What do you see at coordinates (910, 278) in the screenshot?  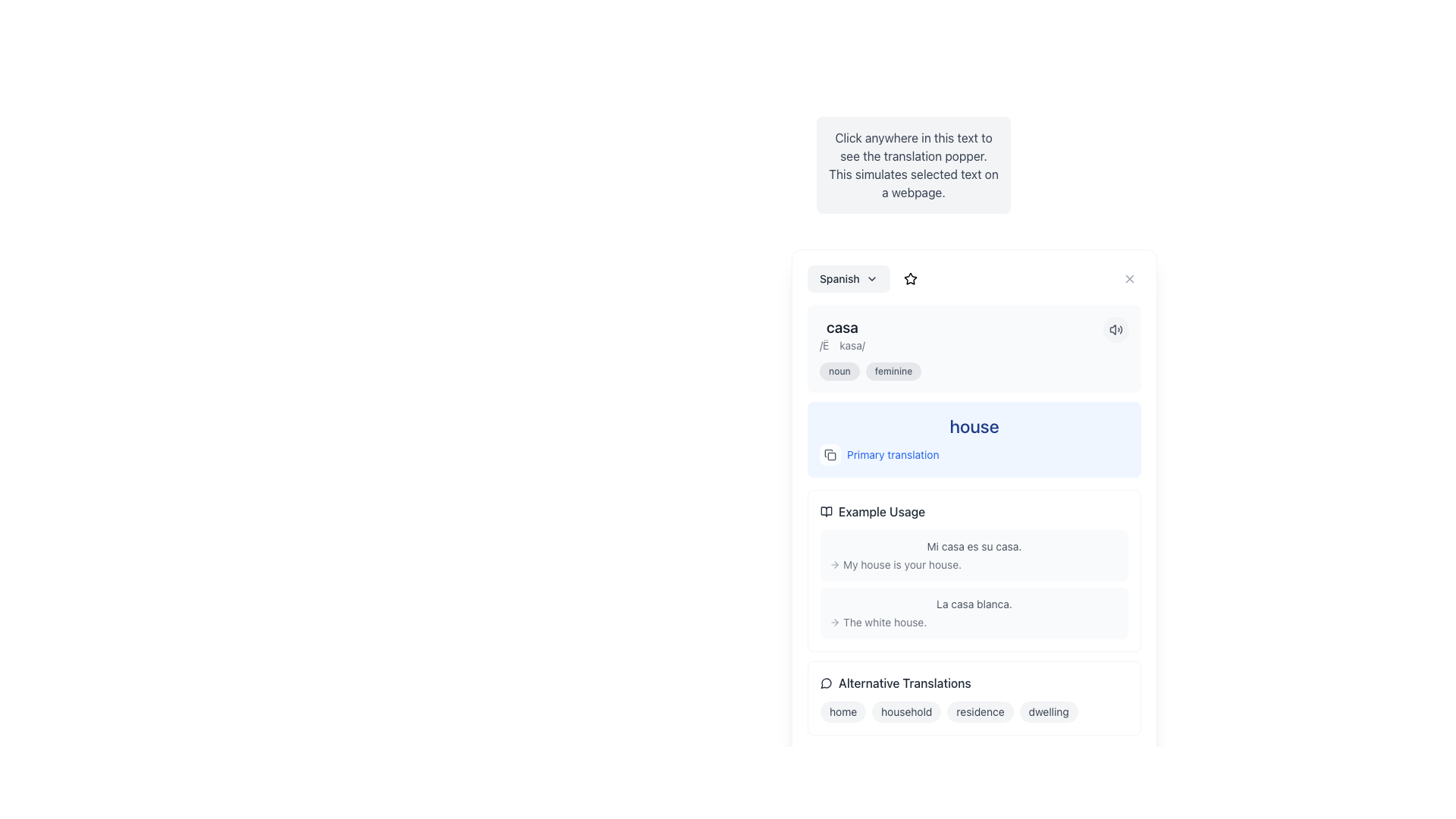 I see `the small outlined star icon located within the circular interactive button at the top-right area of the card-like overlay` at bounding box center [910, 278].